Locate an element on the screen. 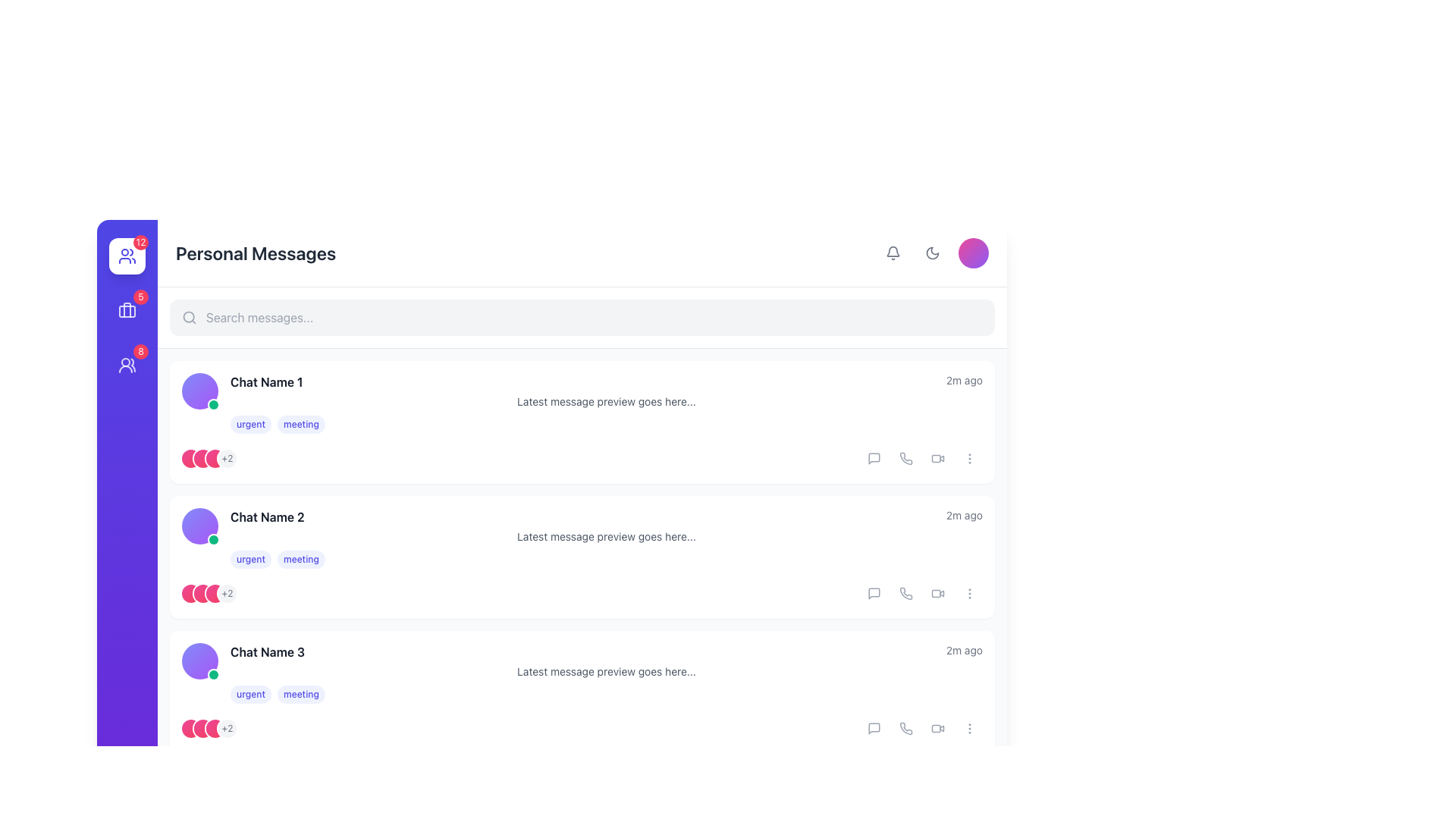 The width and height of the screenshot is (1456, 819). the moon-like icon in the upper-right corner of the interface is located at coordinates (931, 253).